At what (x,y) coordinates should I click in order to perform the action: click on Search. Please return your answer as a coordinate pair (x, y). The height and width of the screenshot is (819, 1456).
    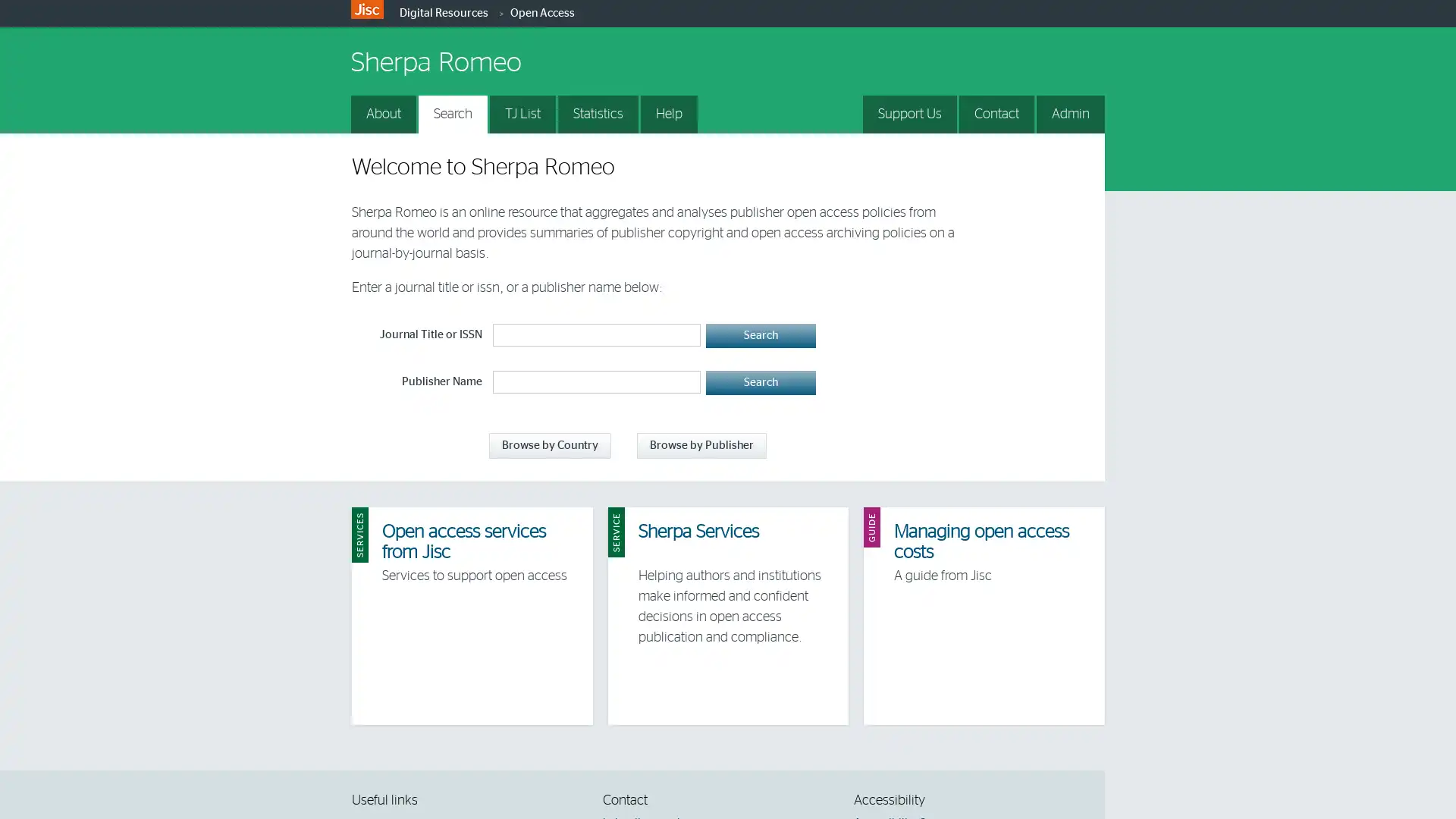
    Looking at the image, I should click on (760, 382).